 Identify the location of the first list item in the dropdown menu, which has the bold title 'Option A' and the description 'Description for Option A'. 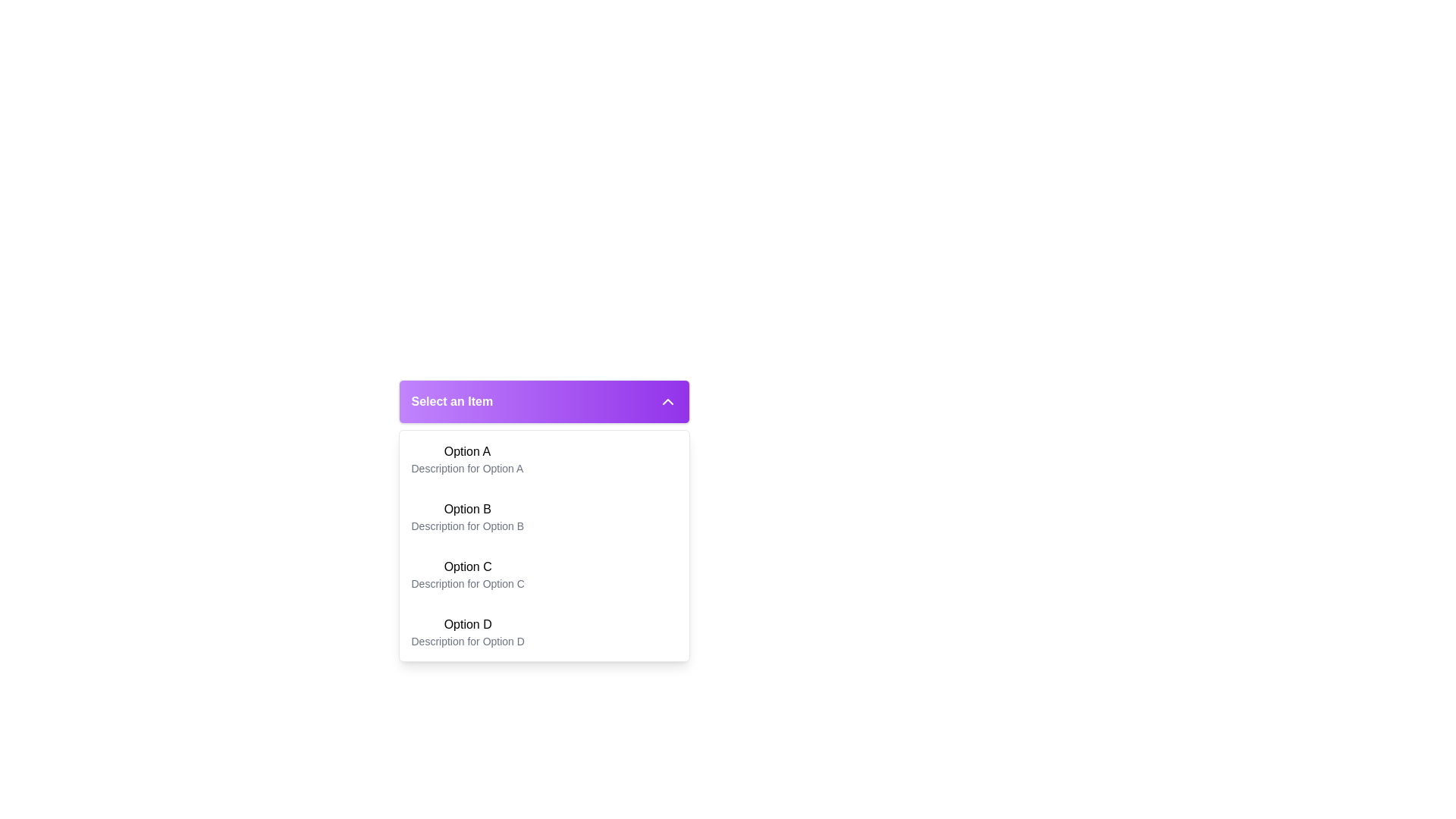
(544, 458).